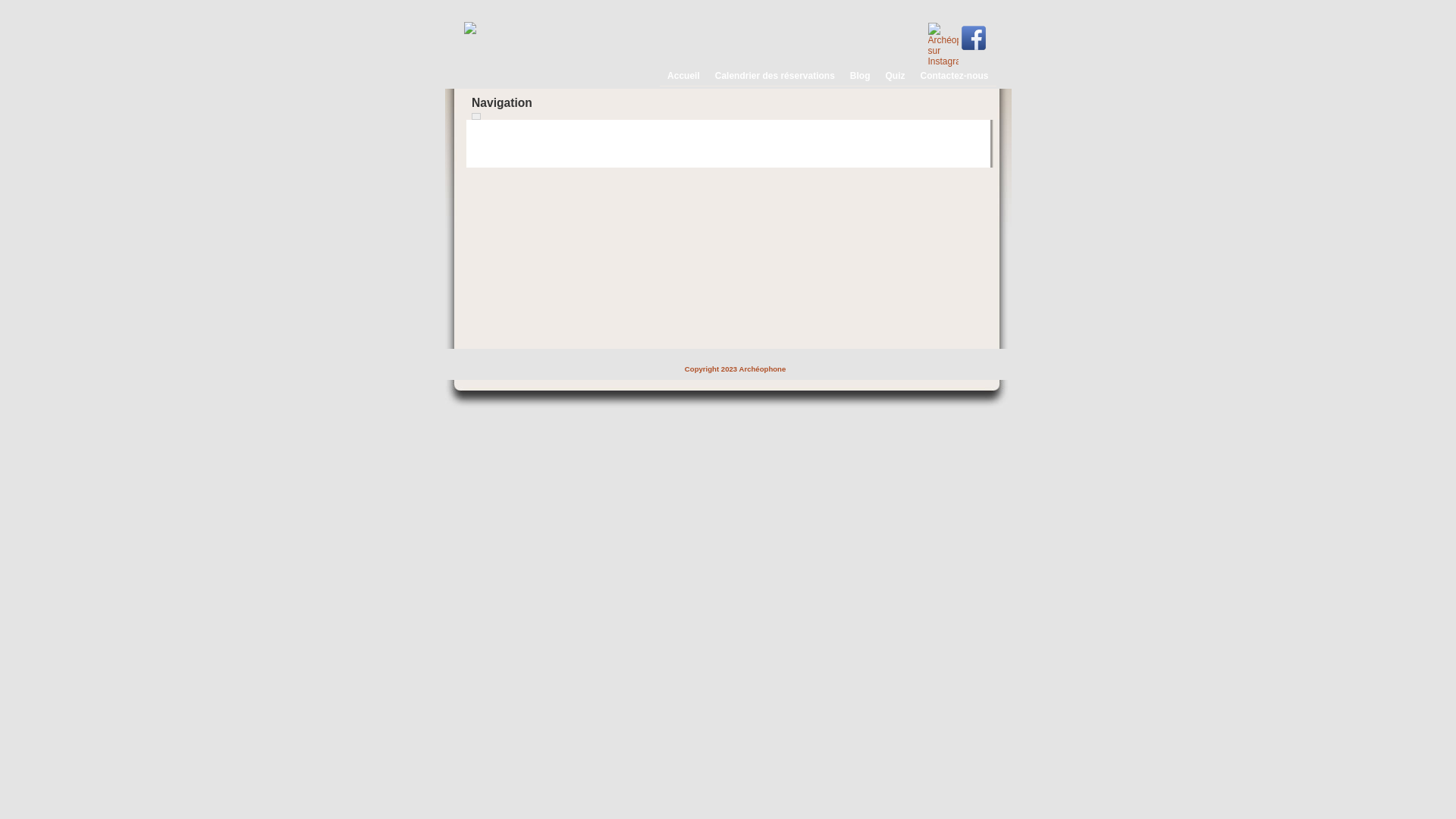 The width and height of the screenshot is (1456, 819). I want to click on 'Blog', so click(858, 73).